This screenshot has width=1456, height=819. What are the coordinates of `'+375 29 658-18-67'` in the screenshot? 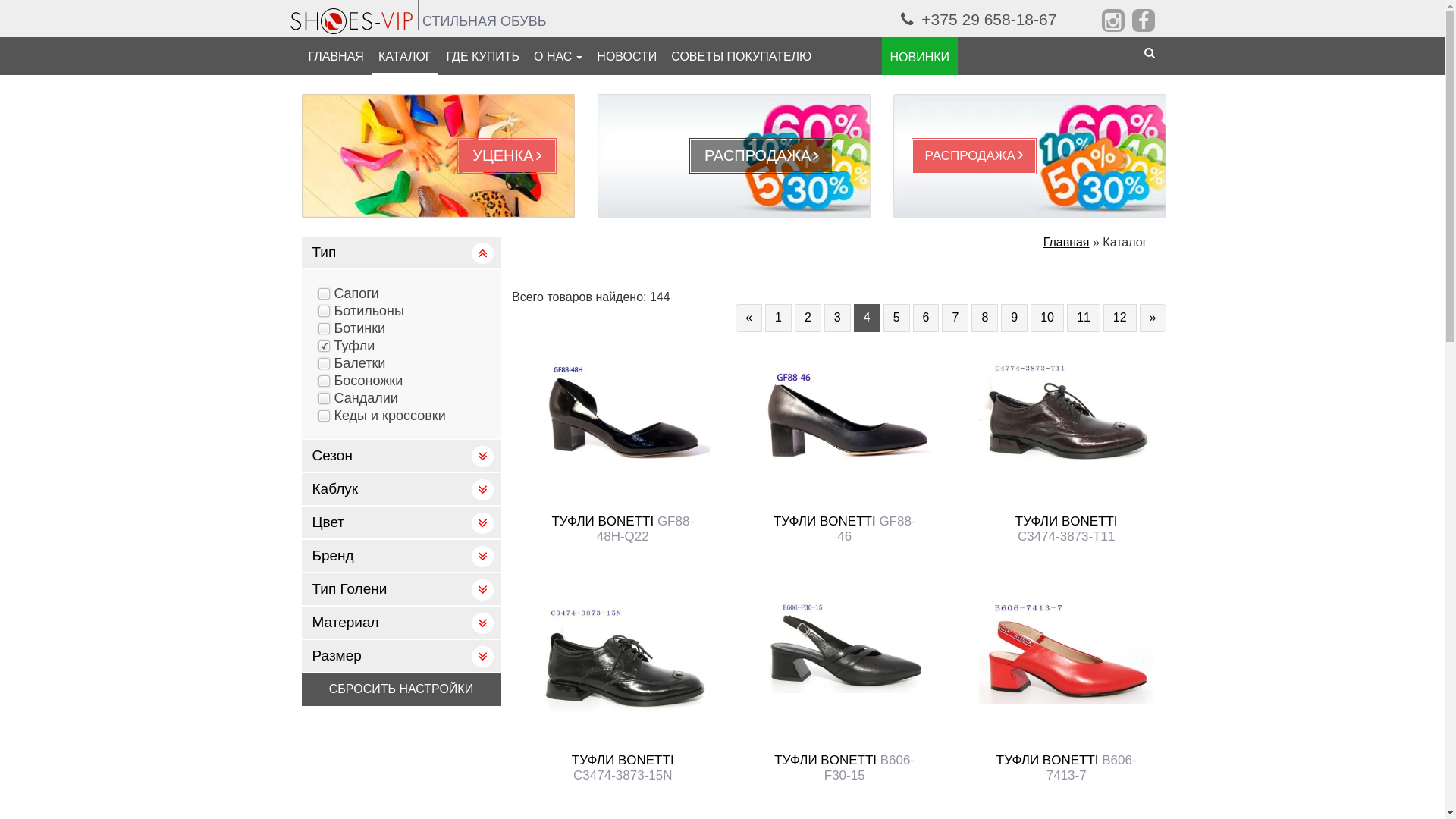 It's located at (979, 19).